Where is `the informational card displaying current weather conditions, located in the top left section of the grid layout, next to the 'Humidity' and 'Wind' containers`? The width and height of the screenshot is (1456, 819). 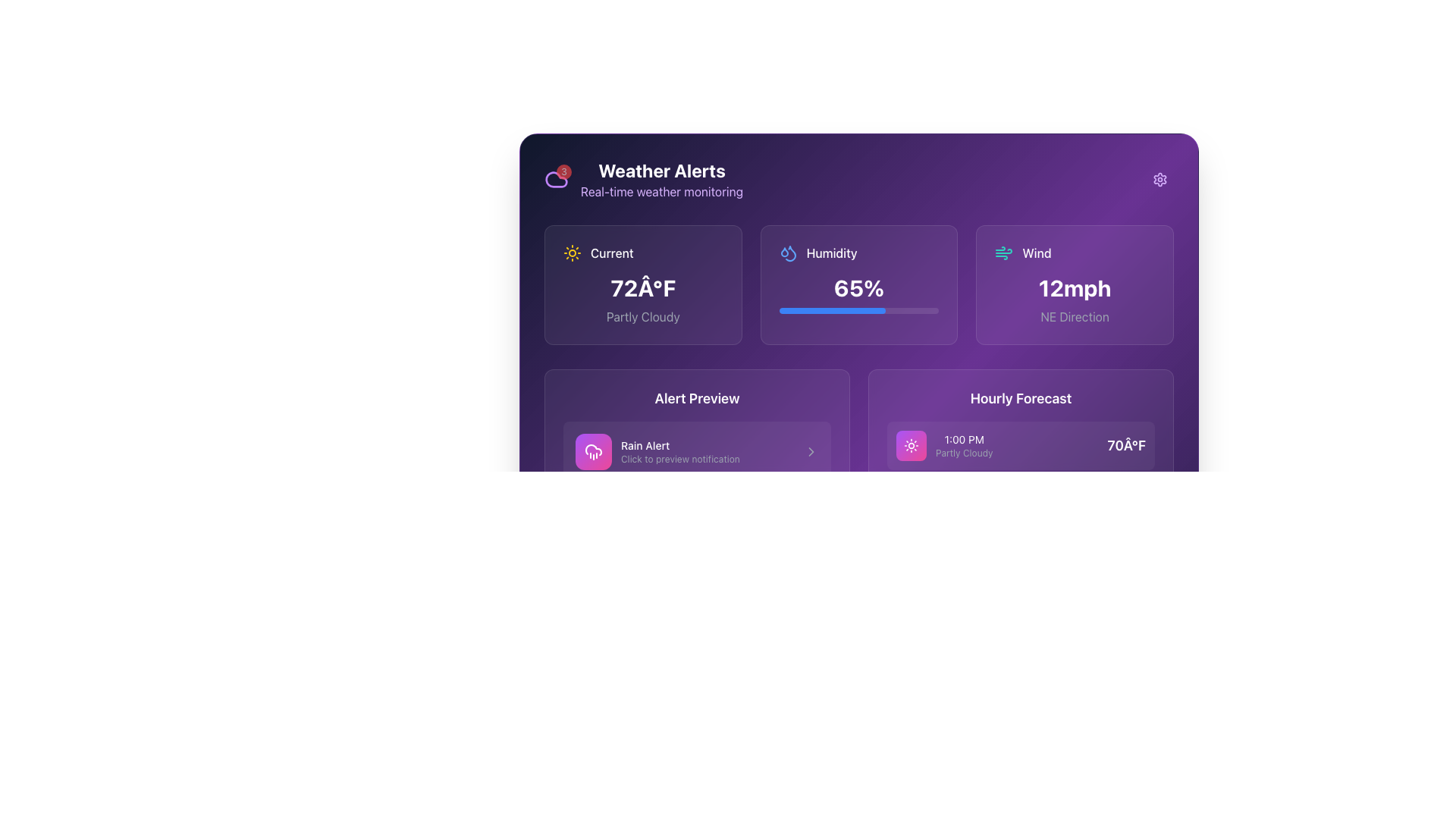
the informational card displaying current weather conditions, located in the top left section of the grid layout, next to the 'Humidity' and 'Wind' containers is located at coordinates (643, 284).